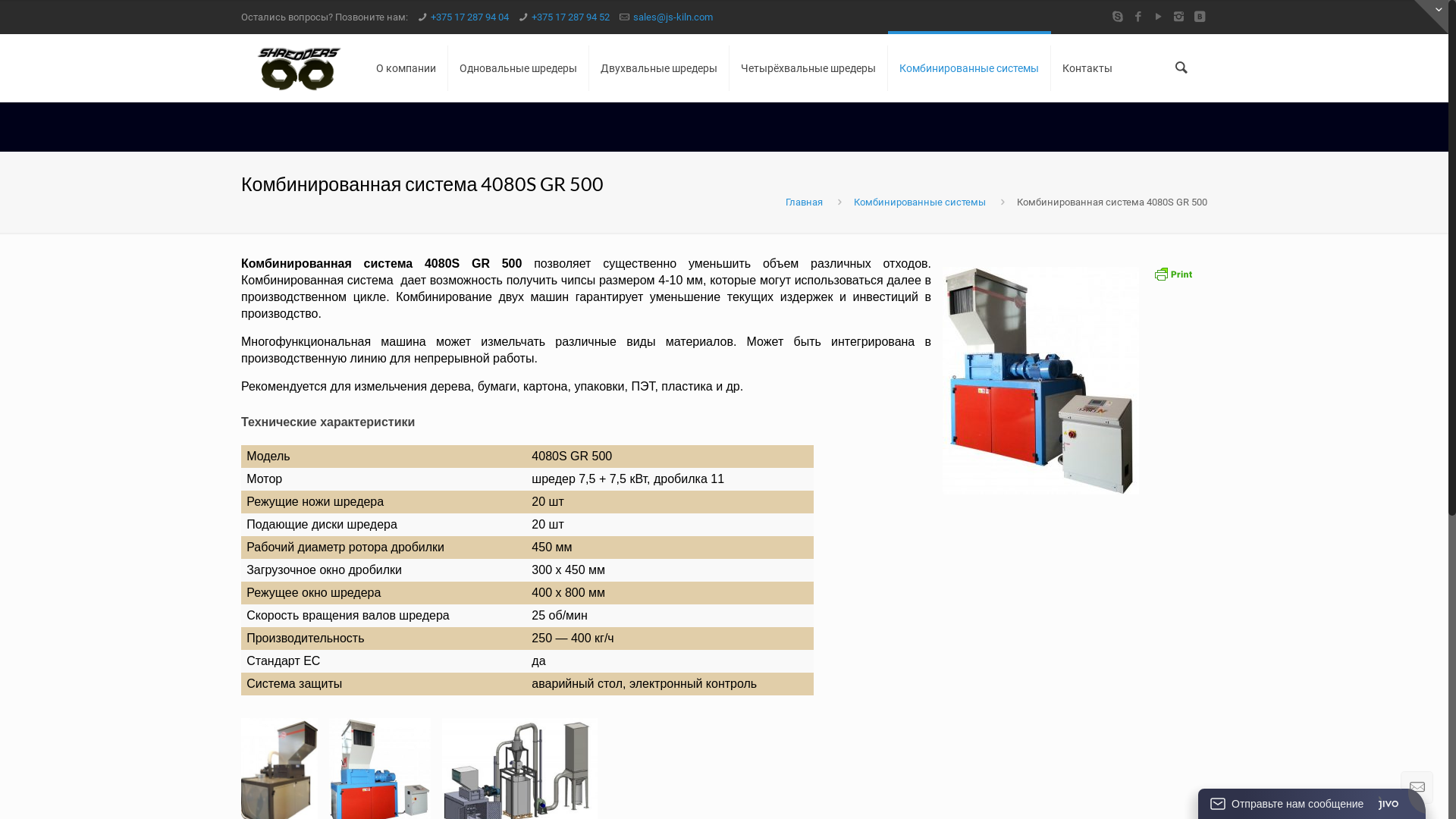 The width and height of the screenshot is (1456, 819). Describe the element at coordinates (469, 17) in the screenshot. I see `'+375 17 287 94 04'` at that location.